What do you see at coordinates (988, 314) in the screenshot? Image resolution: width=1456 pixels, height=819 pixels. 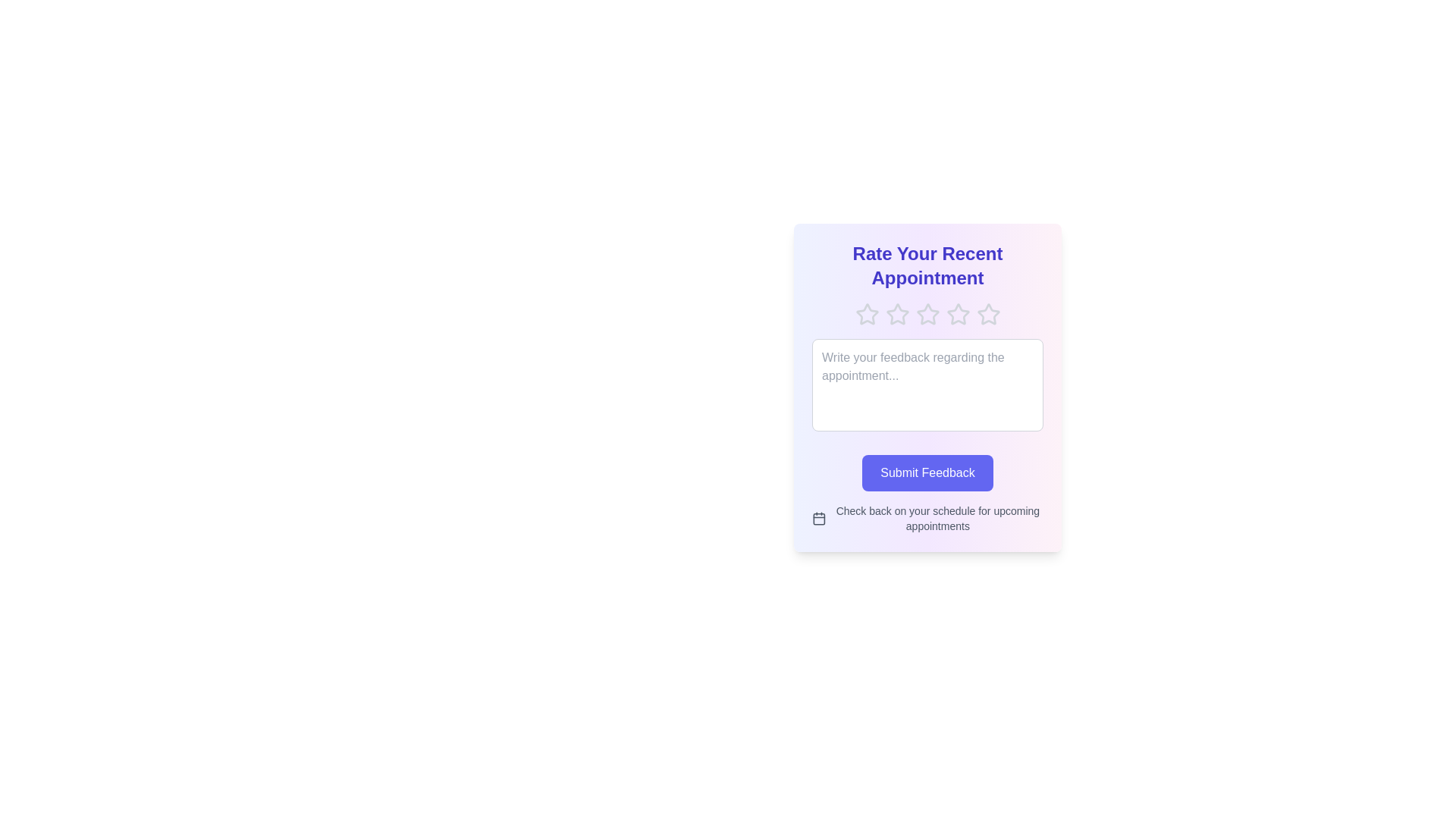 I see `the rating to 5 stars by clicking on the corresponding star` at bounding box center [988, 314].